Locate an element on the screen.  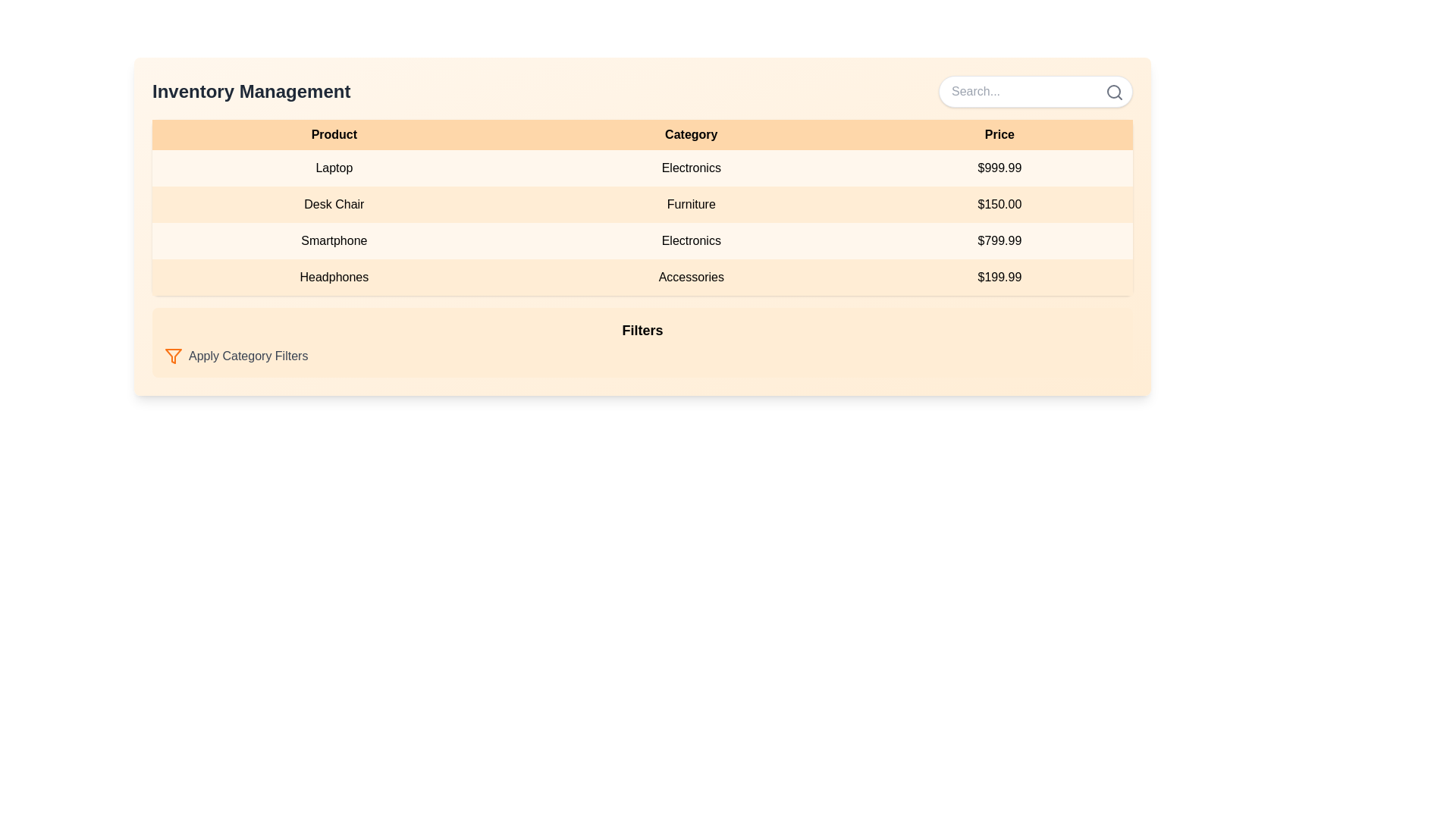
the orange filter icon shaped like an inverted triangle, located next to the 'Apply Category Filters' label is located at coordinates (174, 356).